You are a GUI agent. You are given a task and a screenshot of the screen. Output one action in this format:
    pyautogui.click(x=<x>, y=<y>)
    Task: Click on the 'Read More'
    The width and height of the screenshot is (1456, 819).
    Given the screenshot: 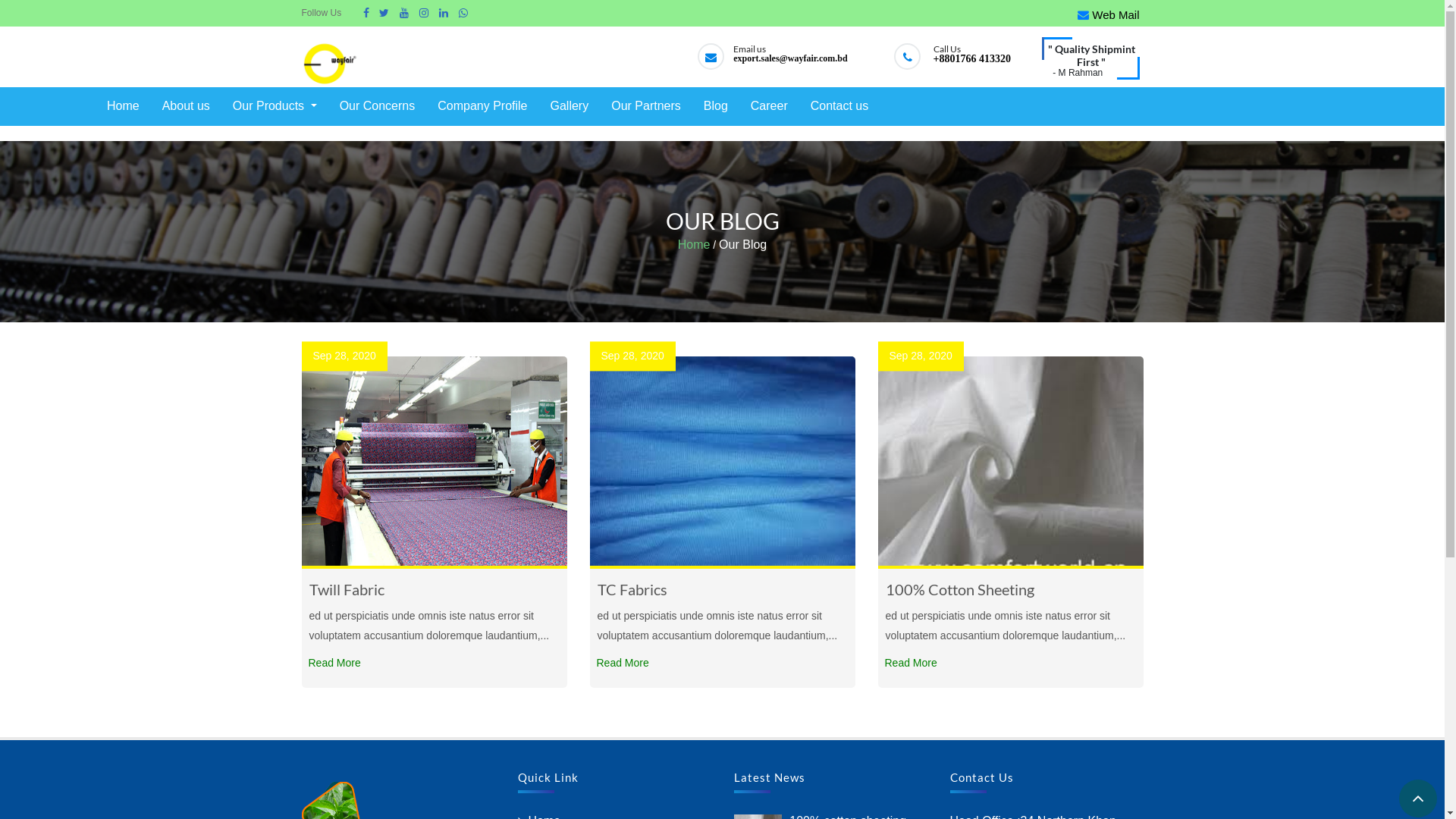 What is the action you would take?
    pyautogui.click(x=910, y=662)
    